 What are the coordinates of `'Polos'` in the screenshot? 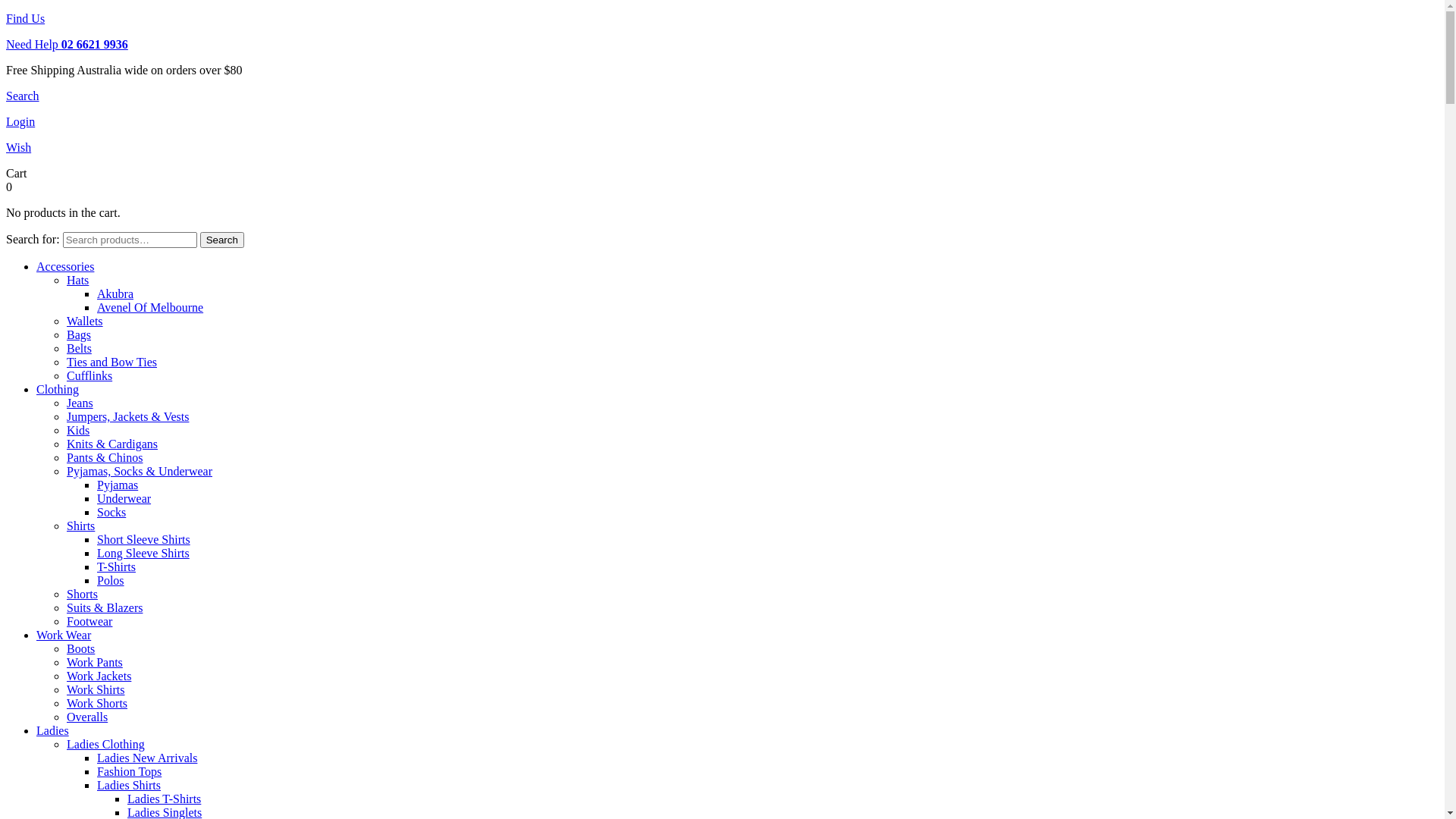 It's located at (109, 580).